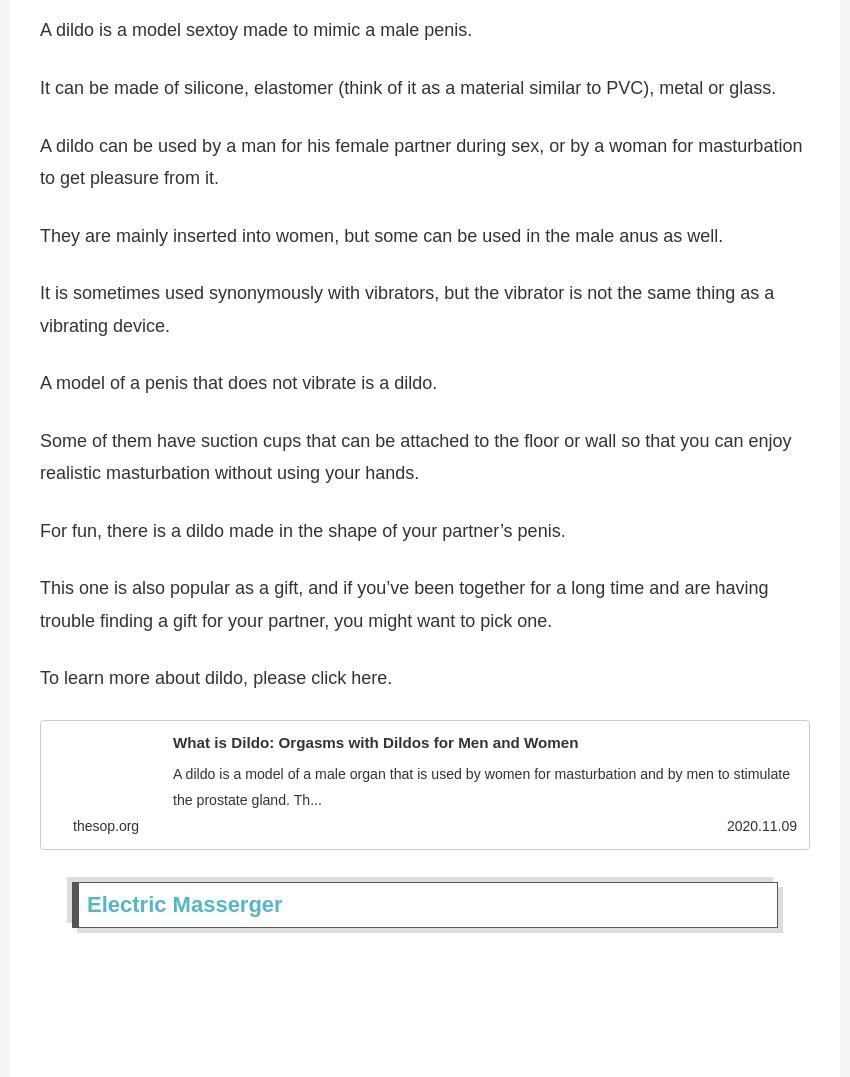  Describe the element at coordinates (374, 748) in the screenshot. I see `'What is Dildo: Orgasms with Dildos for Men and Women'` at that location.